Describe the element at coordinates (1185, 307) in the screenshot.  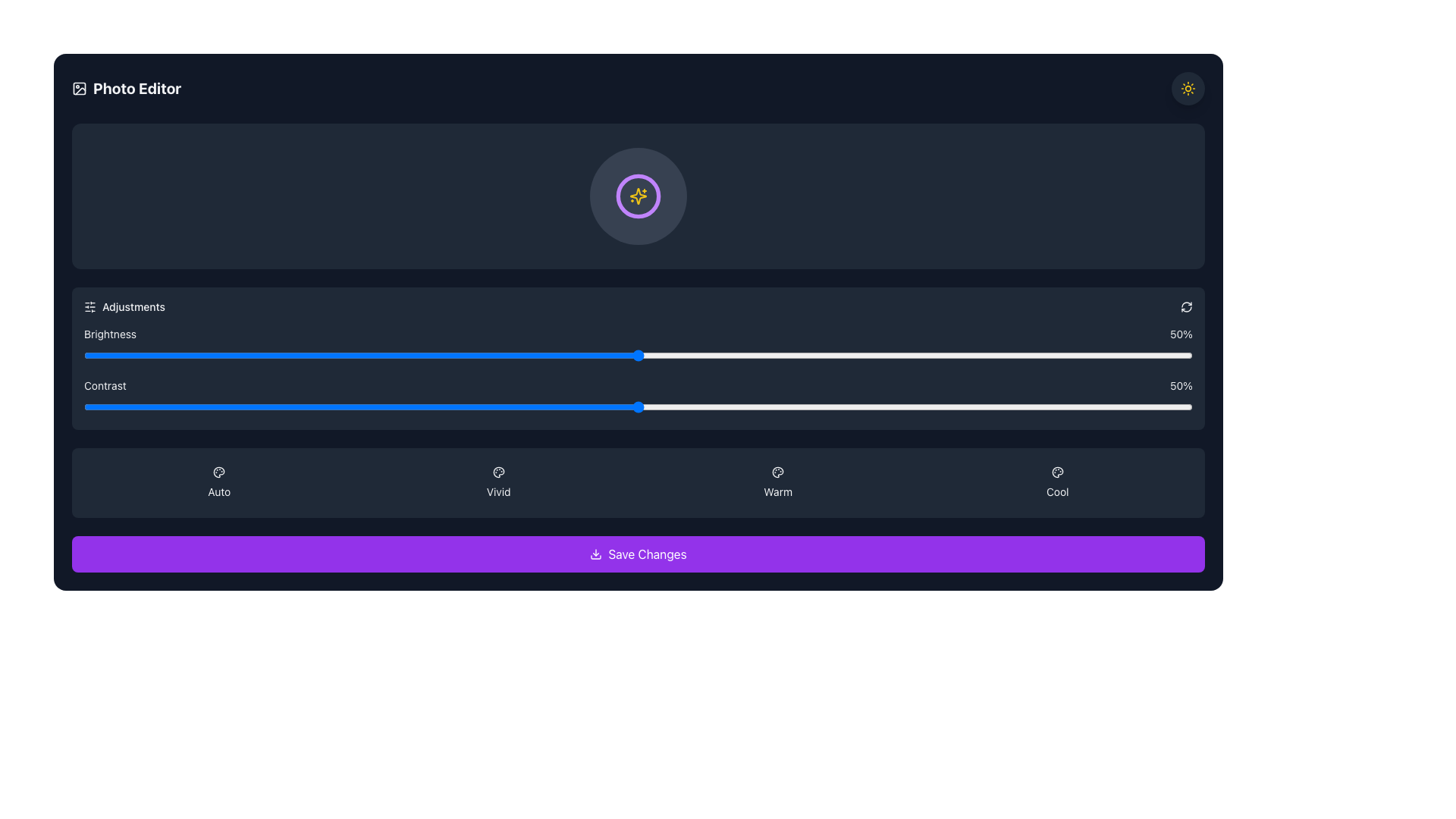
I see `the Icon Button that serves as a reset or reload functionality located at the right end of the 'Adjustments' section` at that location.